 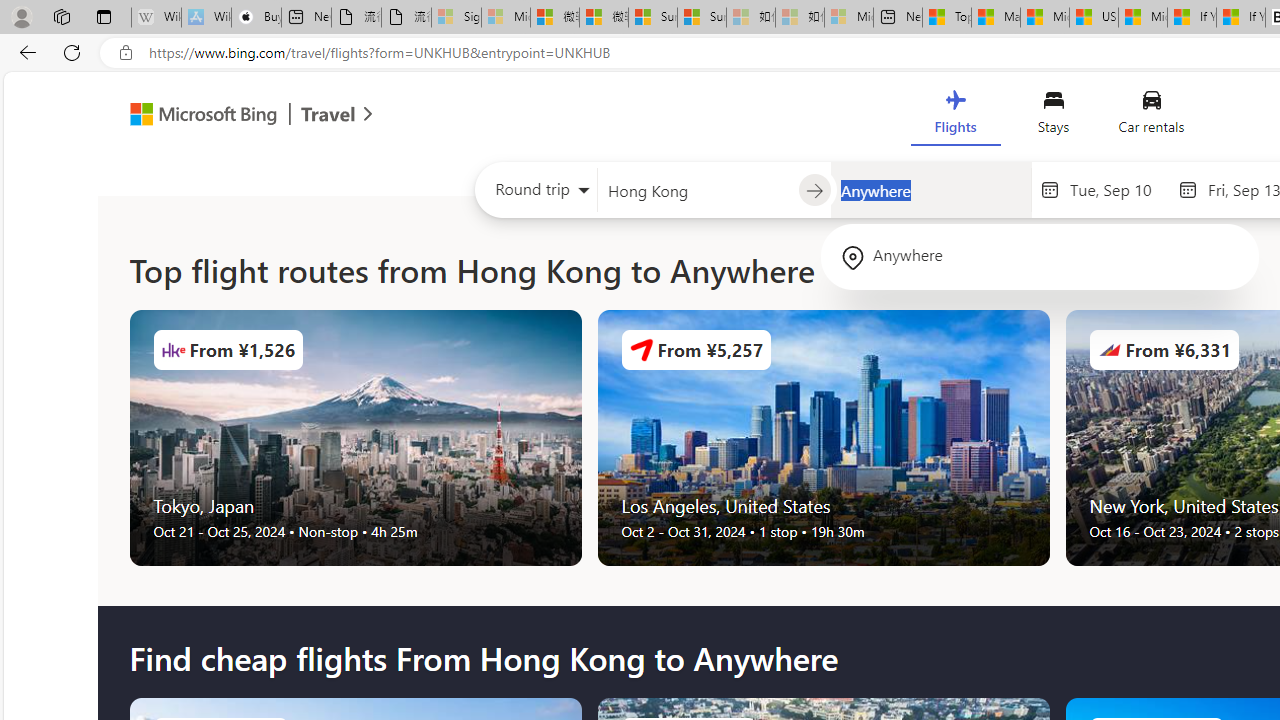 What do you see at coordinates (1040, 256) in the screenshot?
I see `'Anywhere'` at bounding box center [1040, 256].